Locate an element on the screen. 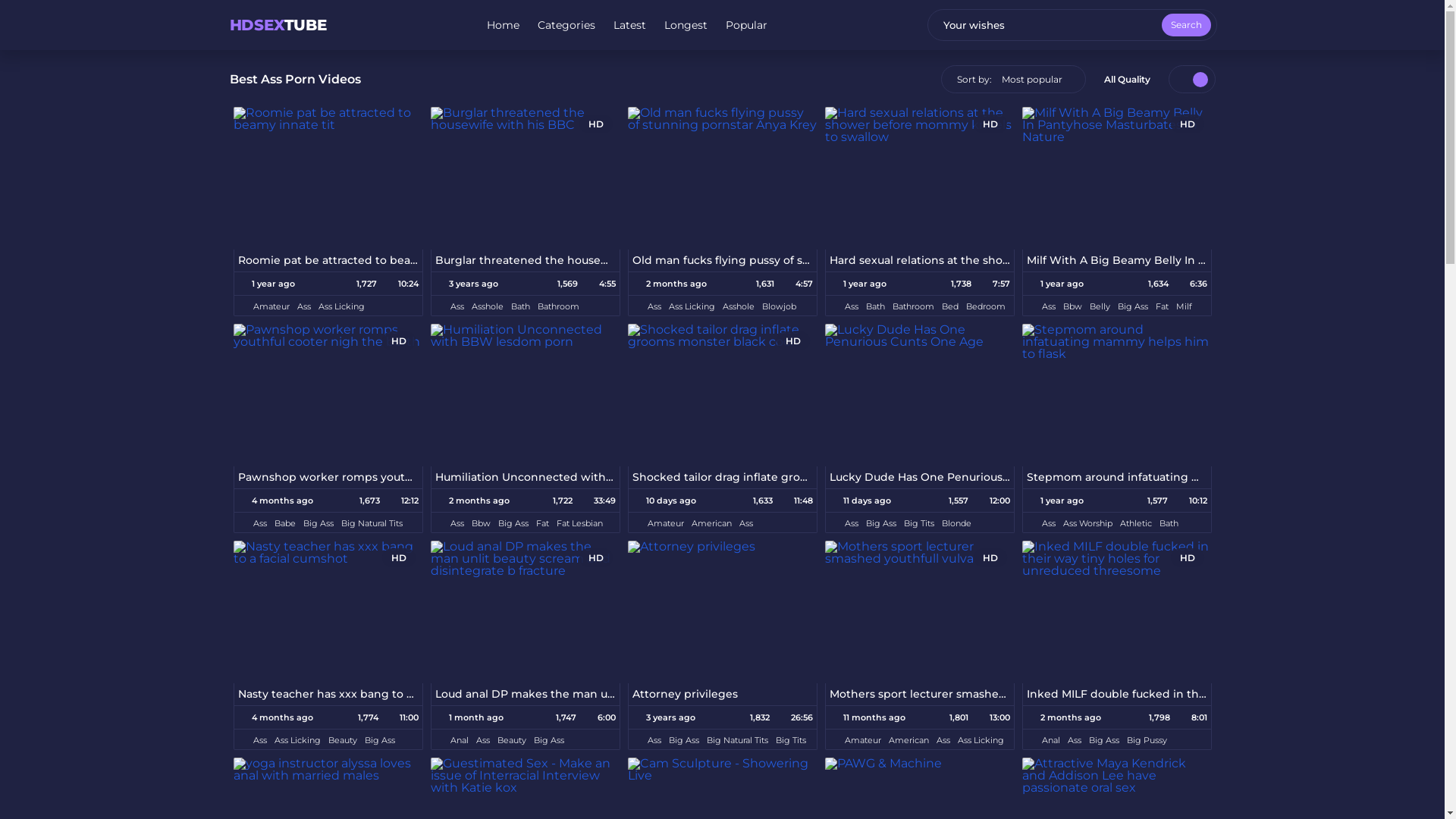 Image resolution: width=1456 pixels, height=819 pixels. 'Beauty' is located at coordinates (341, 739).